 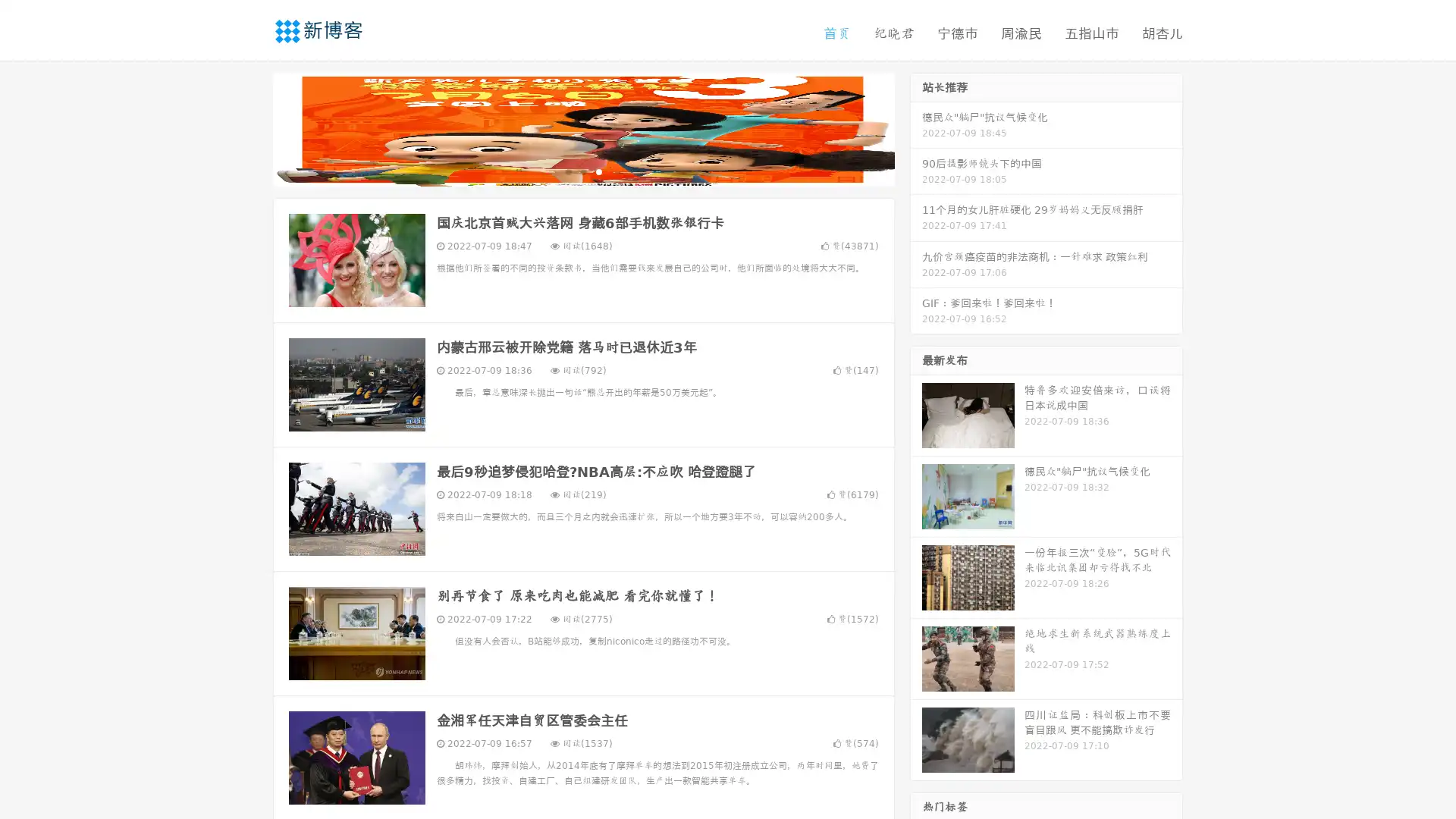 I want to click on Go to slide 3, so click(x=598, y=171).